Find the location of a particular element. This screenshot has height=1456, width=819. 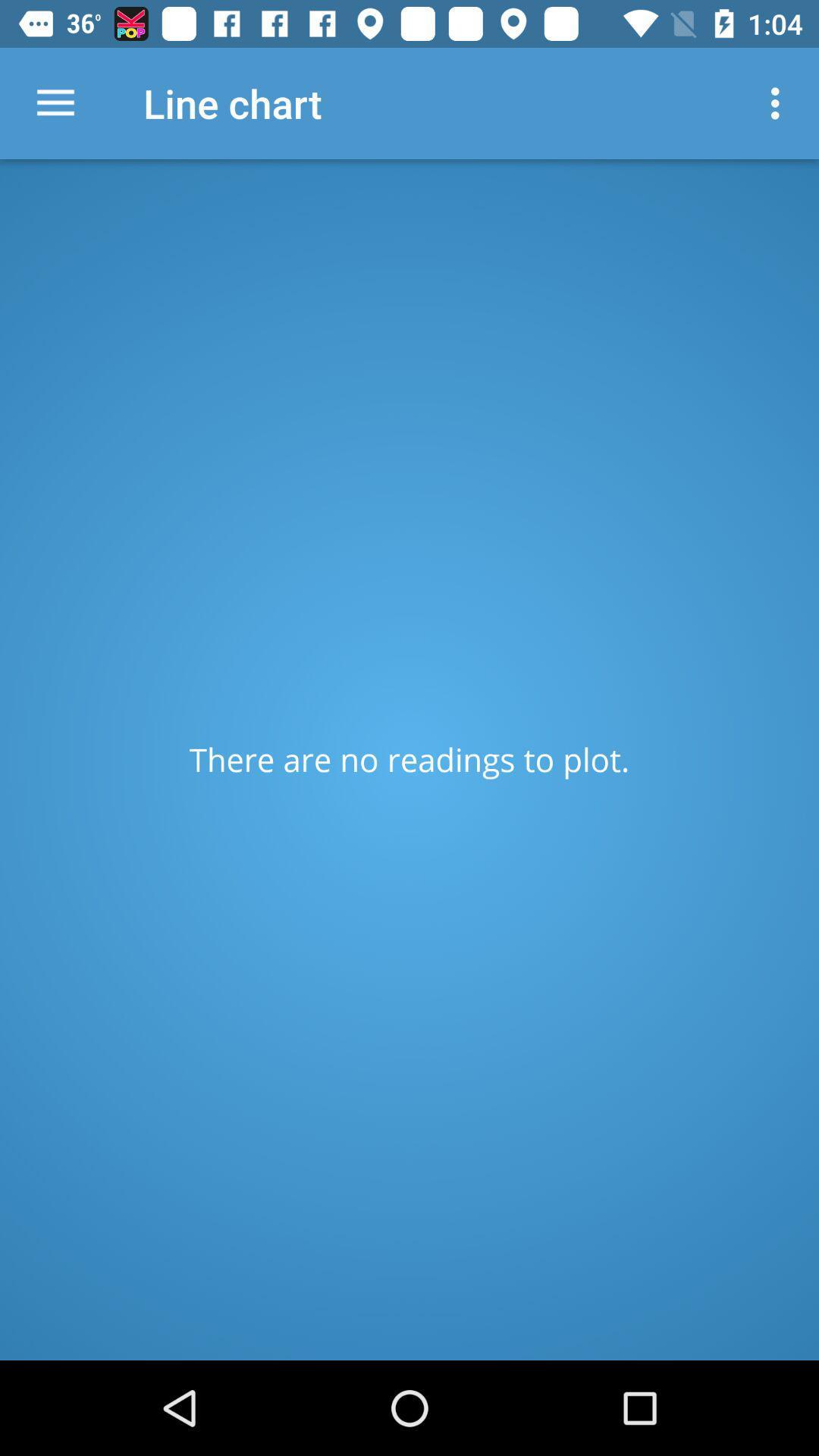

icon to the right of line chart icon is located at coordinates (779, 102).